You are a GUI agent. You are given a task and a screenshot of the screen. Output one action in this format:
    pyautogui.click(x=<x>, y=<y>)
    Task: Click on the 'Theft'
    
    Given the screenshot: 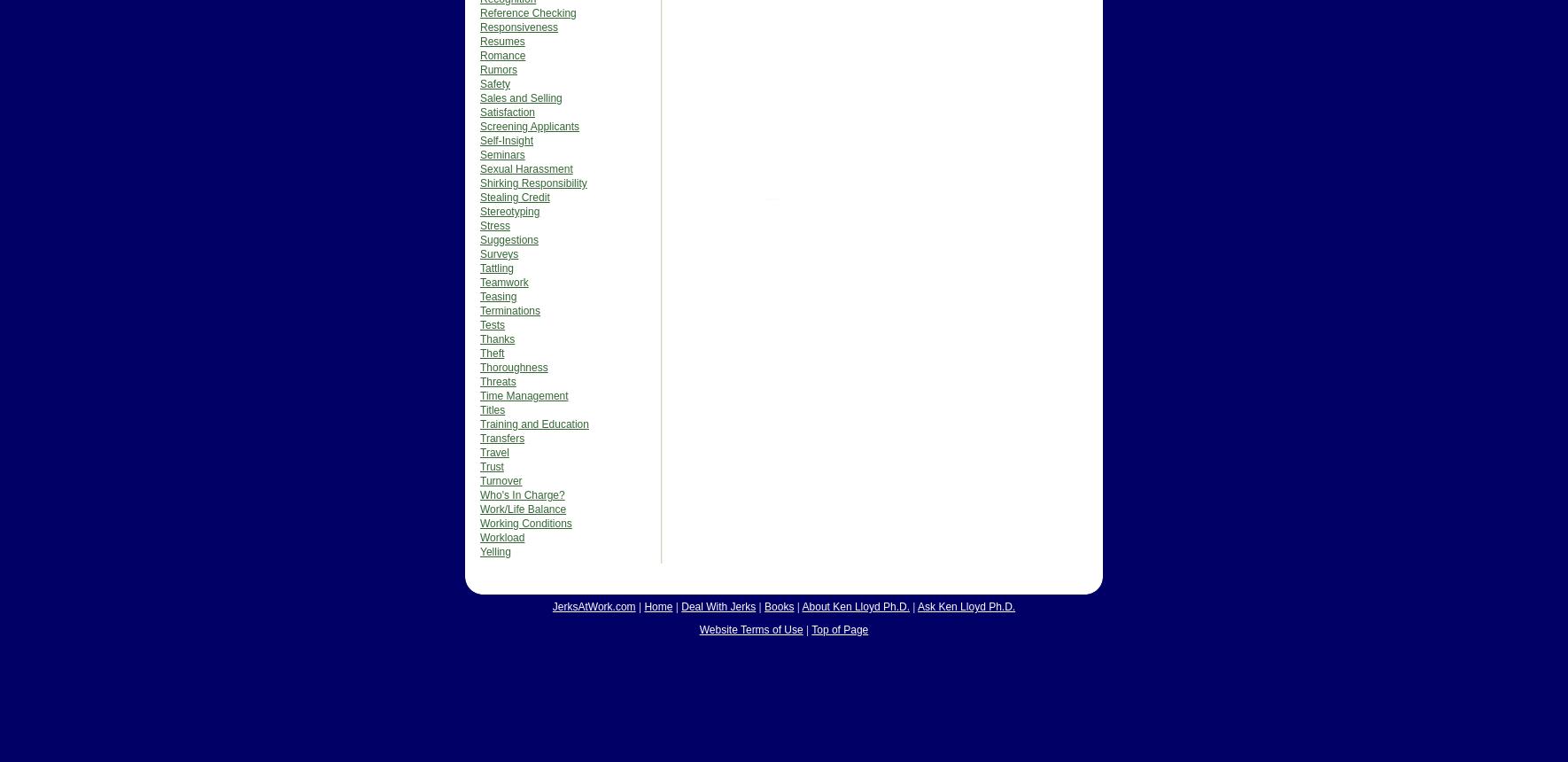 What is the action you would take?
    pyautogui.click(x=492, y=353)
    